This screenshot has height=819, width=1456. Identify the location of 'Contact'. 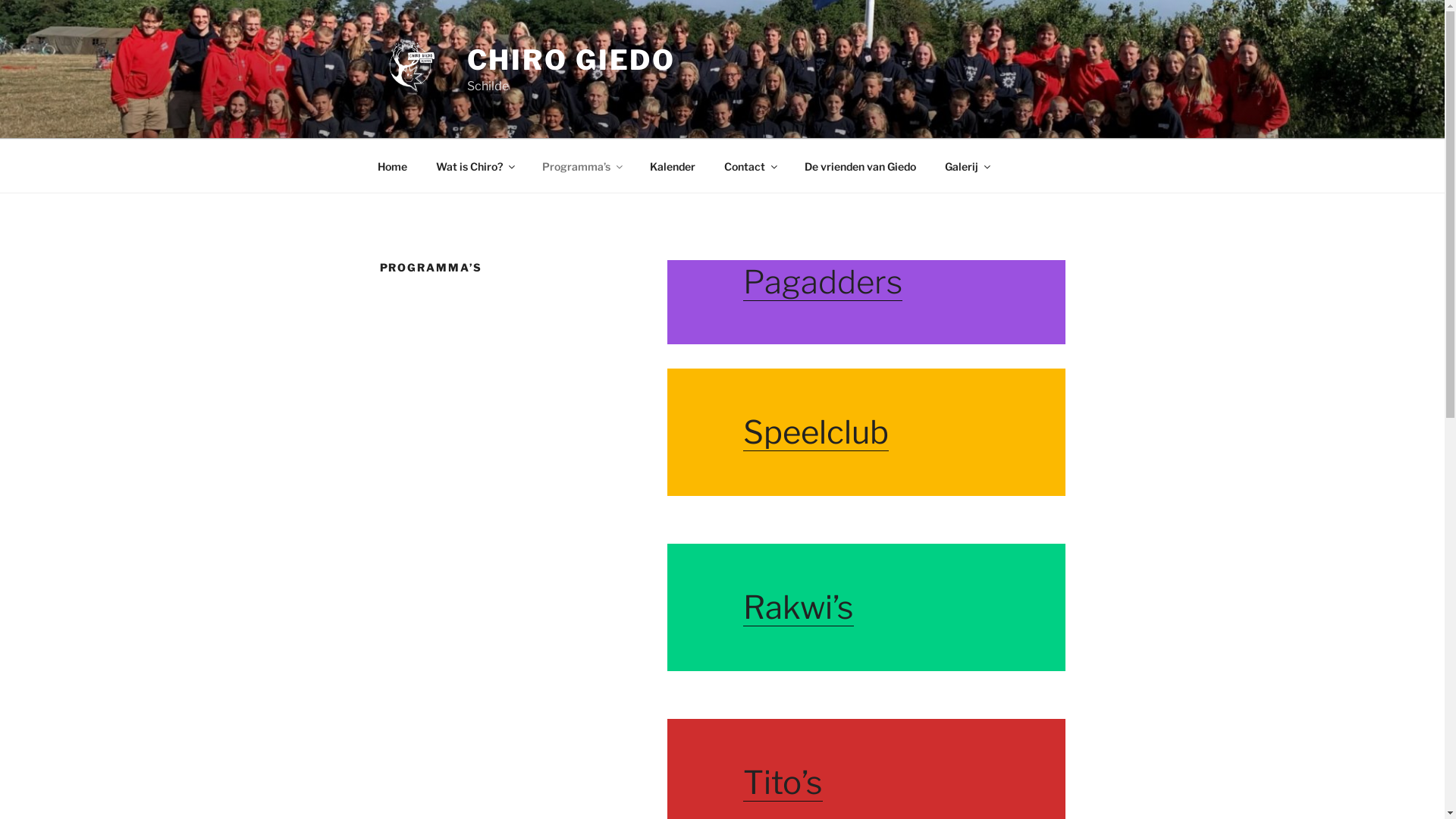
(750, 165).